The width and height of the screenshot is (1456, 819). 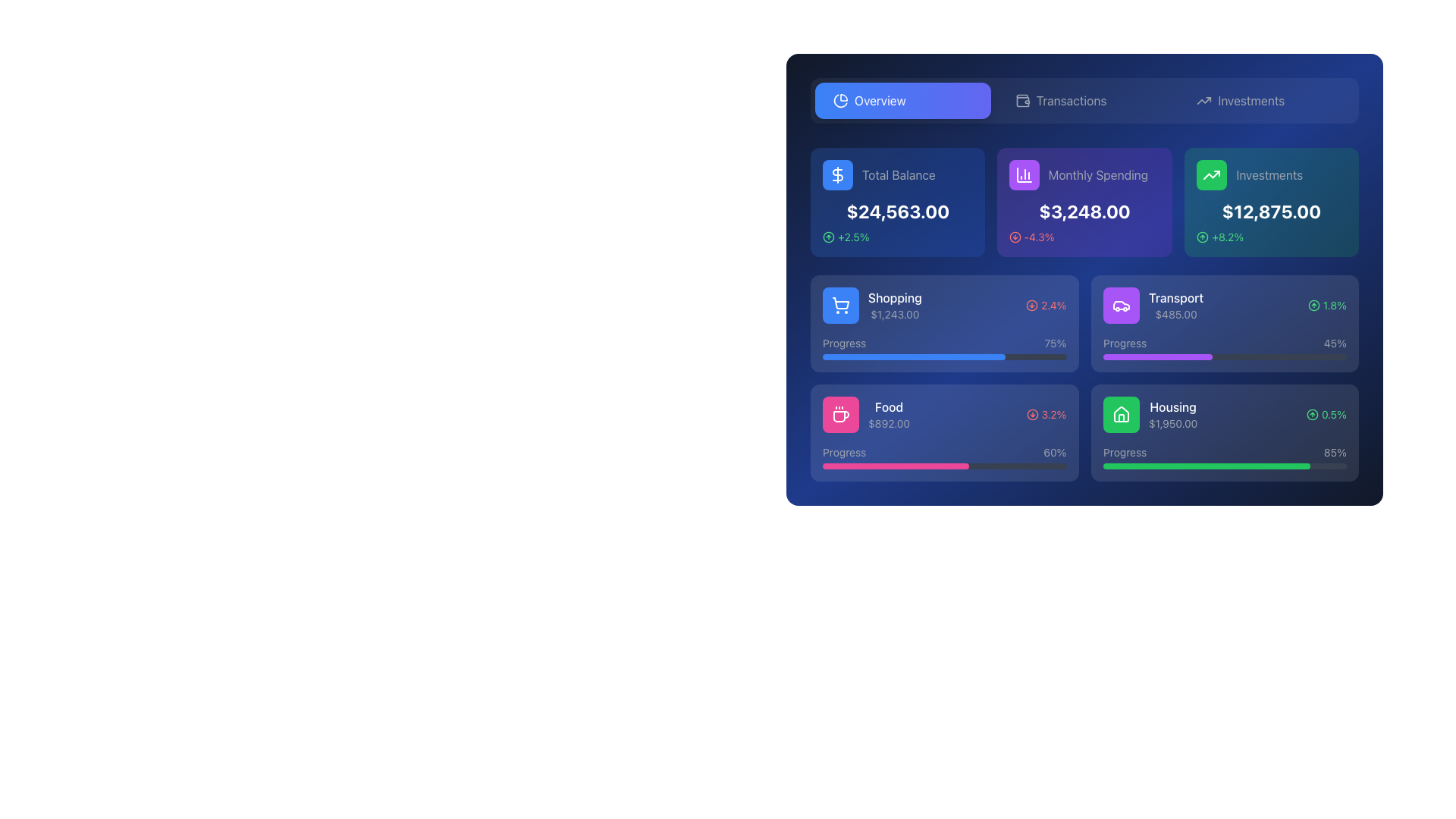 I want to click on the icon button representing the 'Housing' category located to the left of the text 'Housing $1,950.00' in the card at the bottom right corner of the UI, so click(x=1121, y=415).